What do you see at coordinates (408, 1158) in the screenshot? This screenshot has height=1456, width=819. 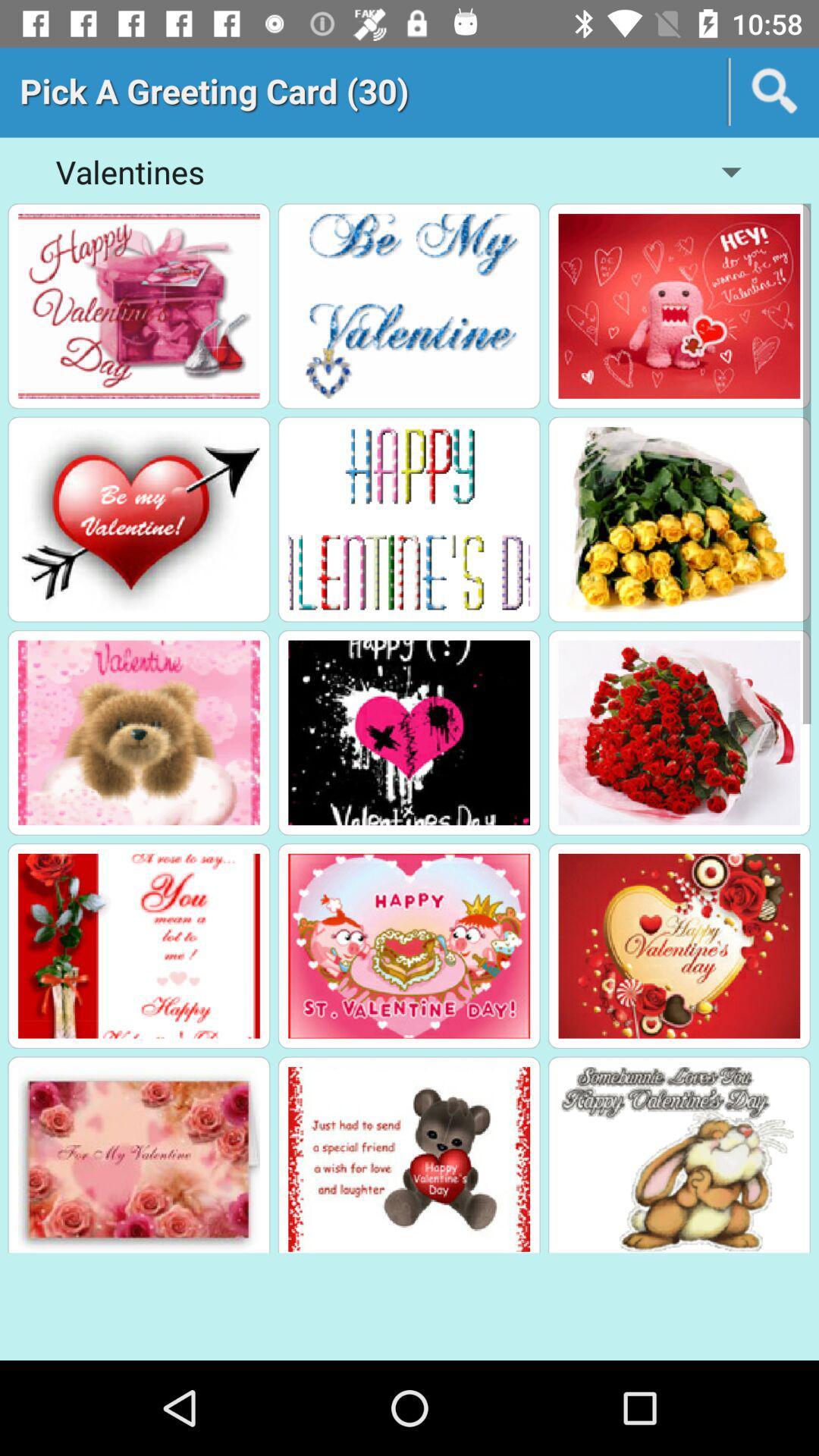 I see `teddy bear` at bounding box center [408, 1158].